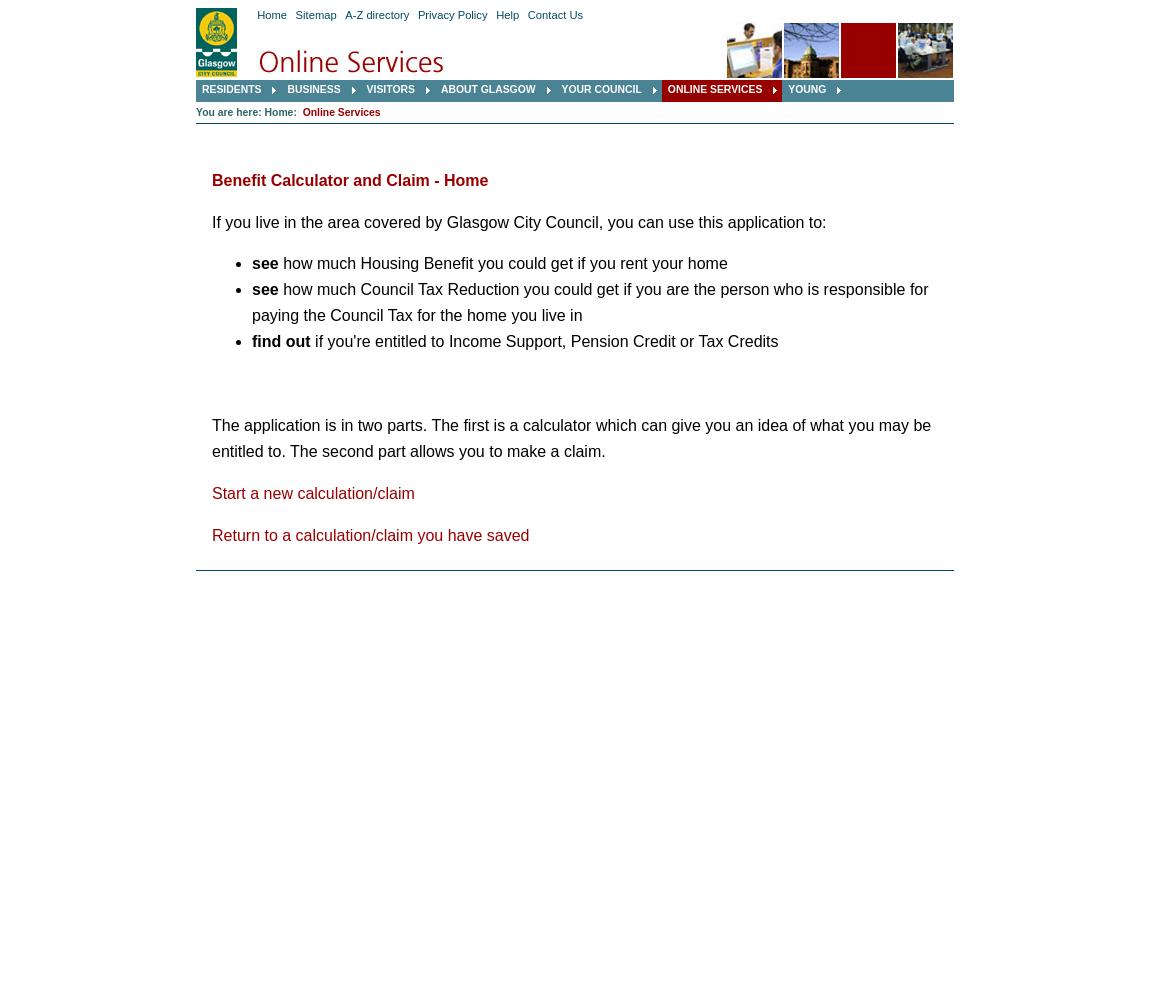  Describe the element at coordinates (349, 179) in the screenshot. I see `'Benefit Calculator and Claim - Home'` at that location.